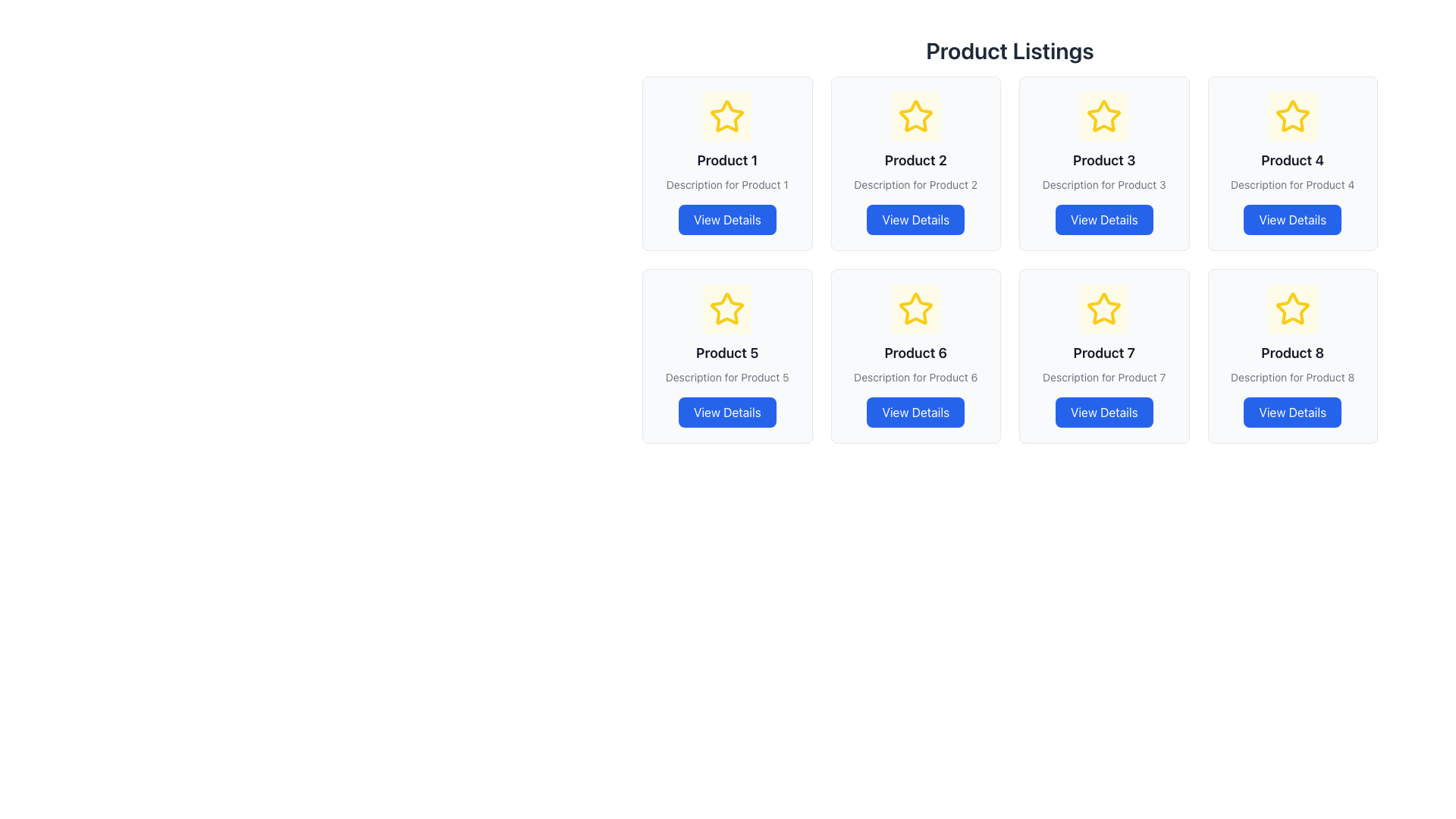 Image resolution: width=1456 pixels, height=819 pixels. Describe the element at coordinates (1104, 412) in the screenshot. I see `the blue button labeled 'View Details' located in the lower middle section of the 'Product 7' card to interact` at that location.